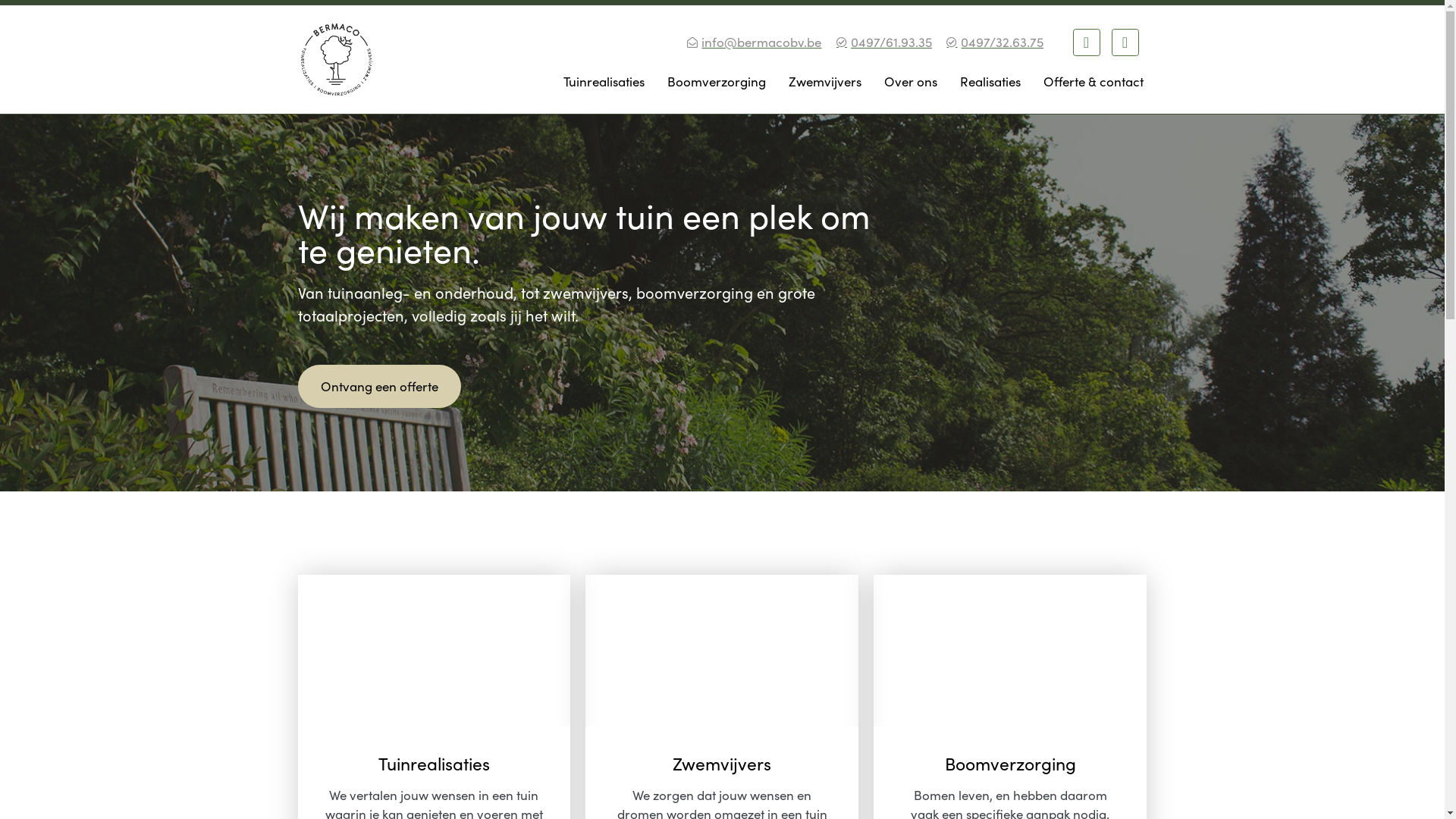 The height and width of the screenshot is (819, 1456). What do you see at coordinates (297, 385) in the screenshot?
I see `'Ontvang een offerte'` at bounding box center [297, 385].